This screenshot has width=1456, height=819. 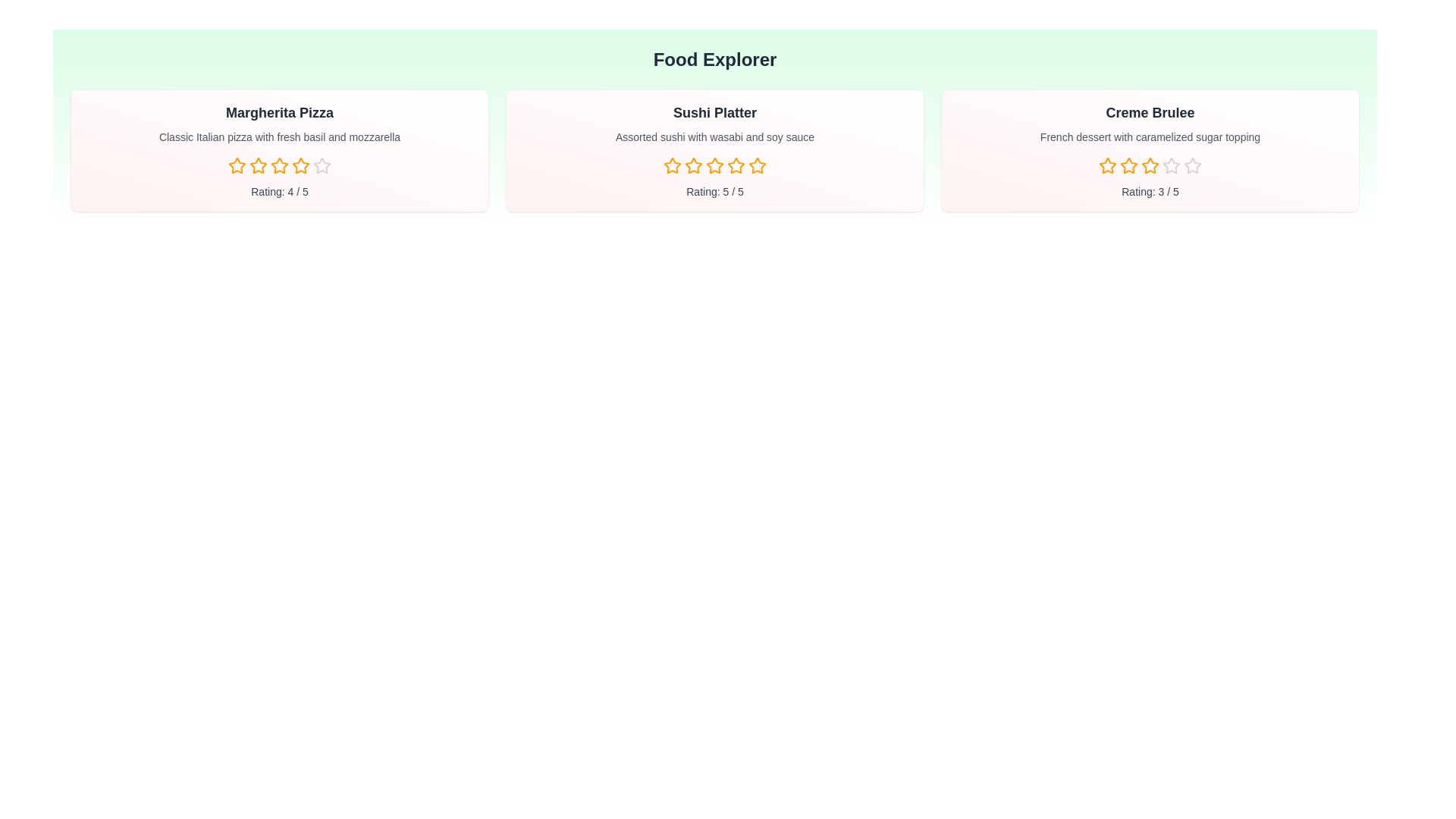 What do you see at coordinates (236, 166) in the screenshot?
I see `the rating for a dish to 1 stars` at bounding box center [236, 166].